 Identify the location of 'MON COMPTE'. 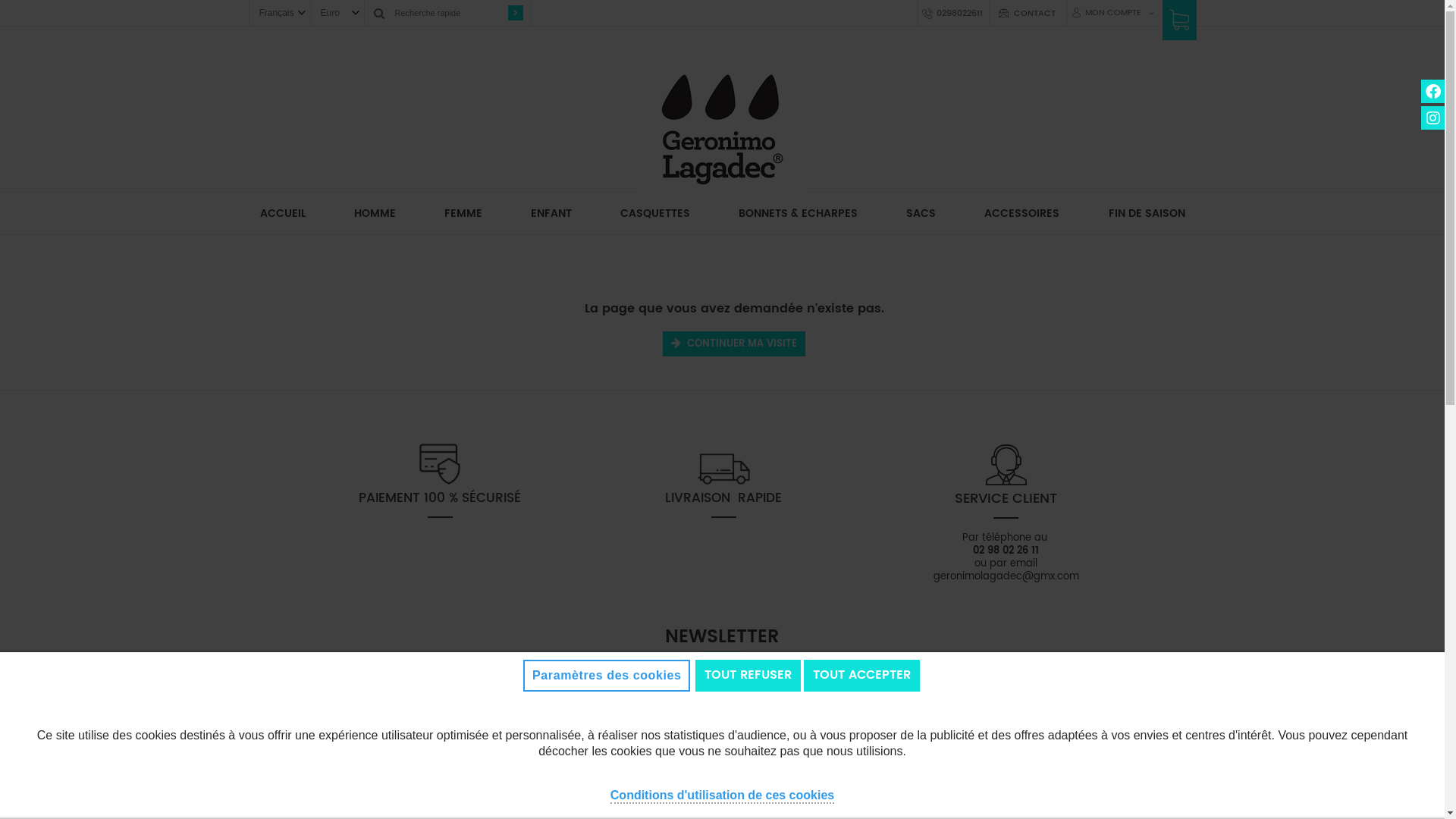
(1110, 12).